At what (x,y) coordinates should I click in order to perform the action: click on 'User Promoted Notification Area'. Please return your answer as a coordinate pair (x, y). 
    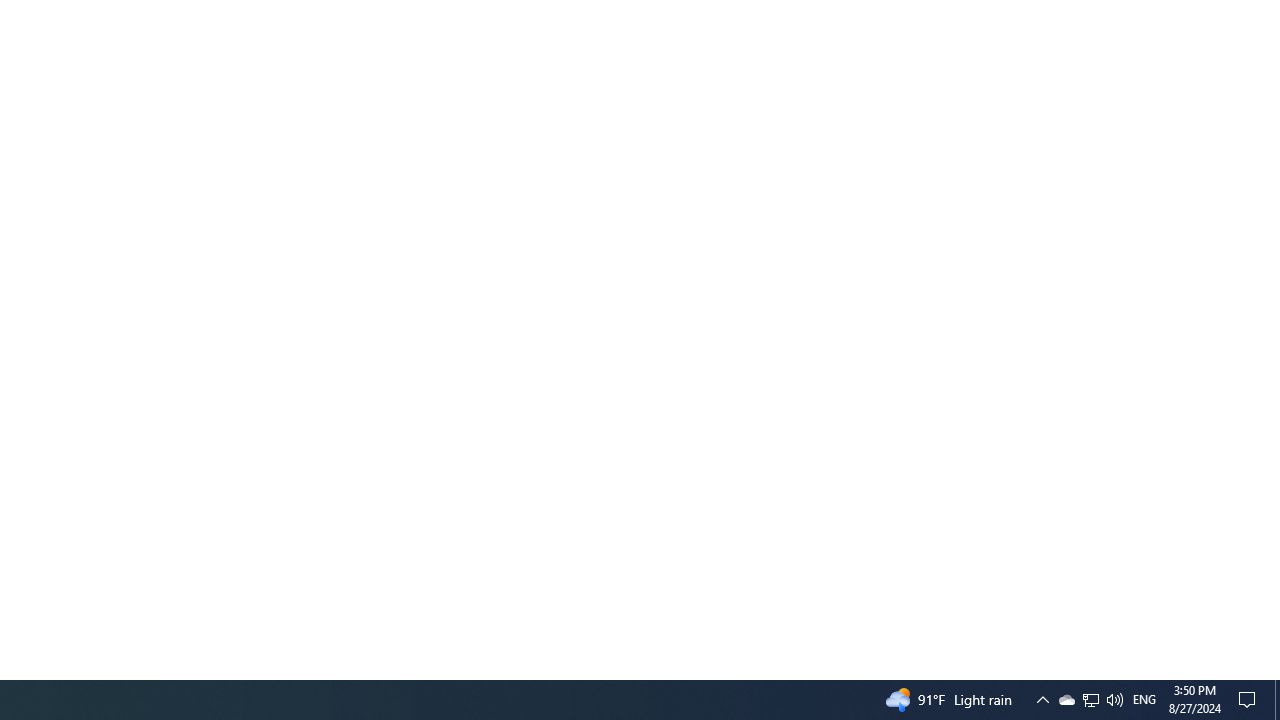
    Looking at the image, I should click on (1089, 698).